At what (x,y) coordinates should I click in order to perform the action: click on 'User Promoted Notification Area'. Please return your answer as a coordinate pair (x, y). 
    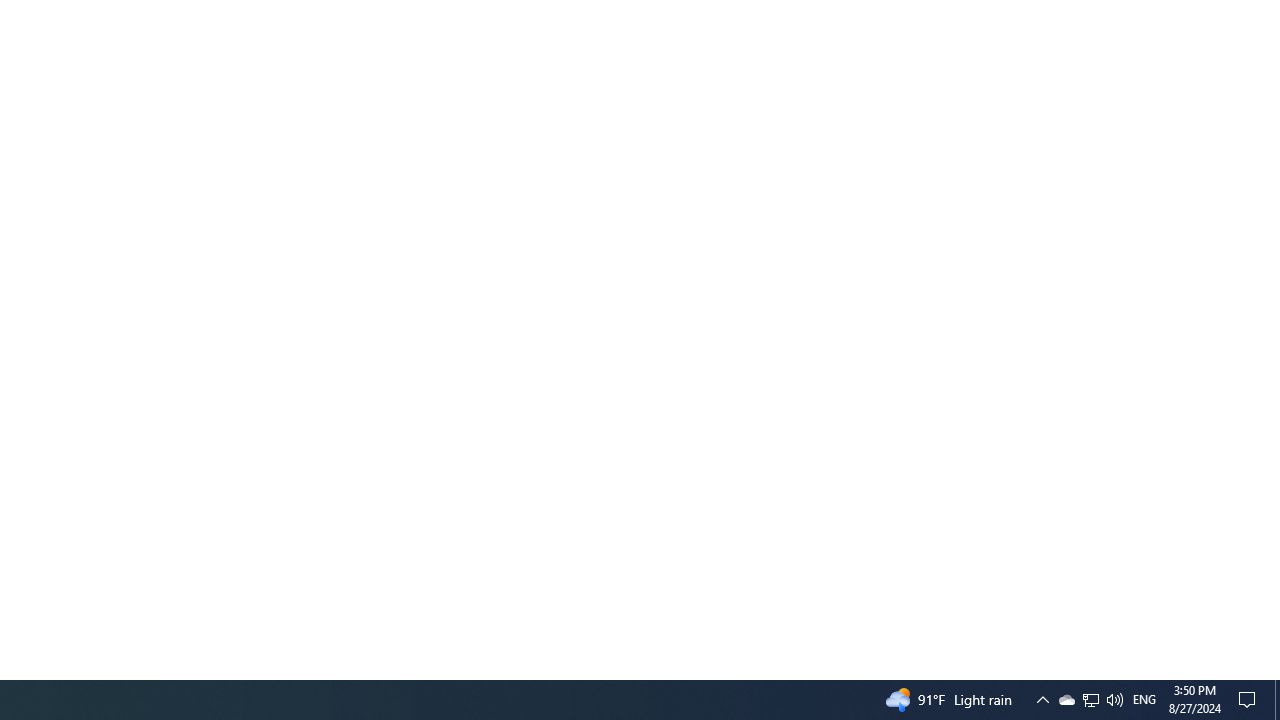
    Looking at the image, I should click on (1089, 698).